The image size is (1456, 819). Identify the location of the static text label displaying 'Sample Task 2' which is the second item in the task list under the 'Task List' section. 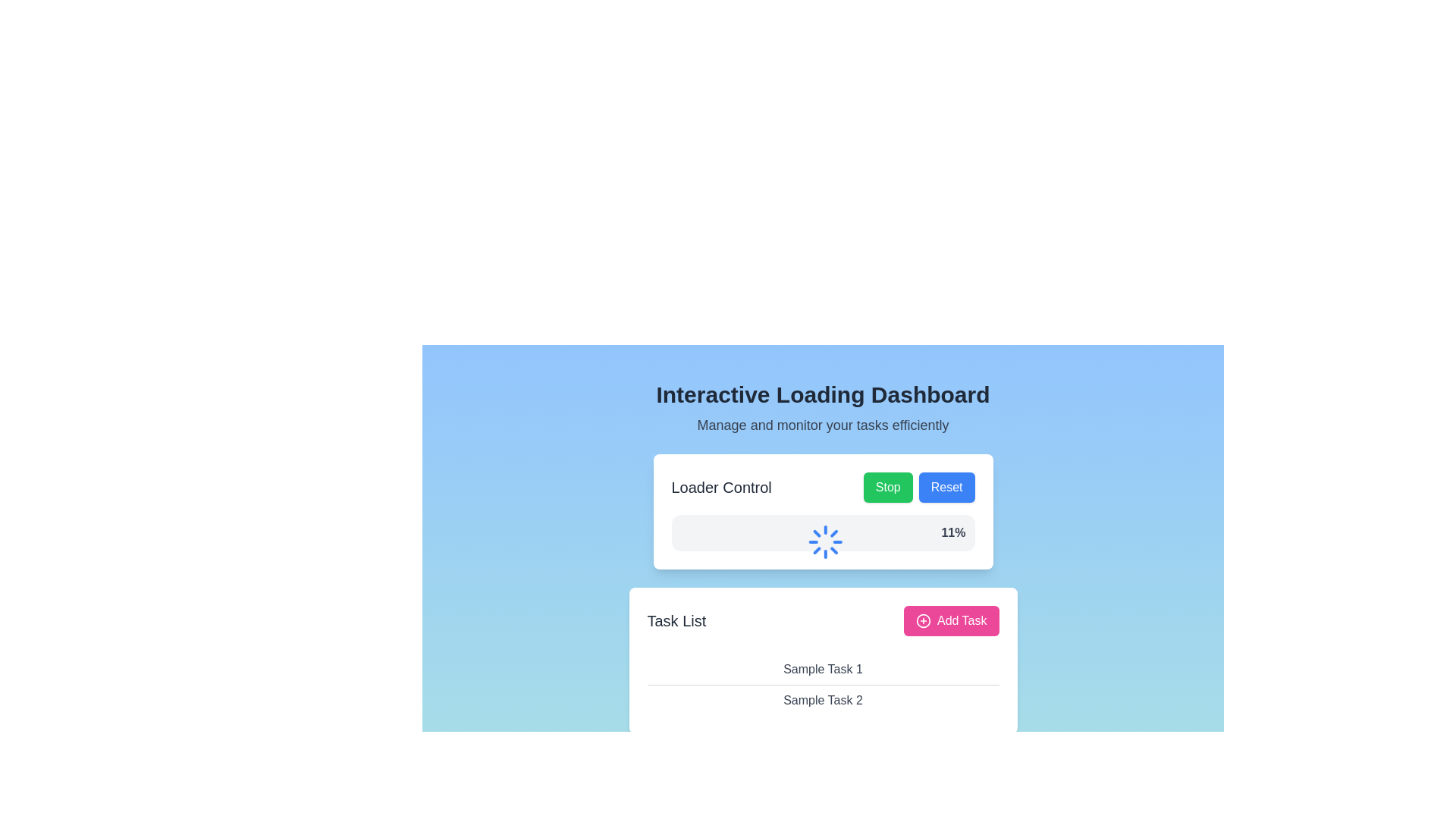
(822, 700).